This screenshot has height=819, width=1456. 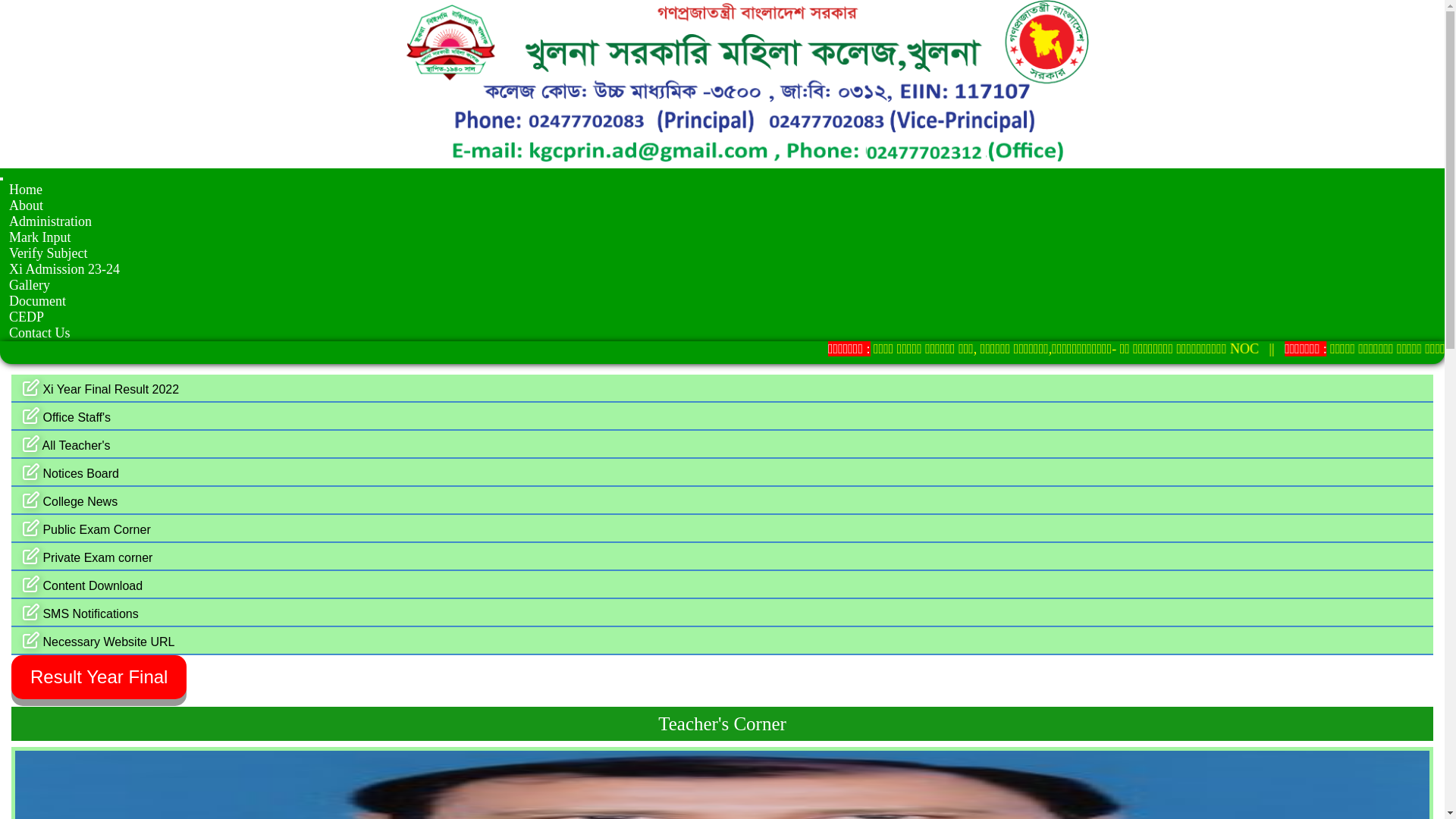 What do you see at coordinates (39, 332) in the screenshot?
I see `'Contact Us'` at bounding box center [39, 332].